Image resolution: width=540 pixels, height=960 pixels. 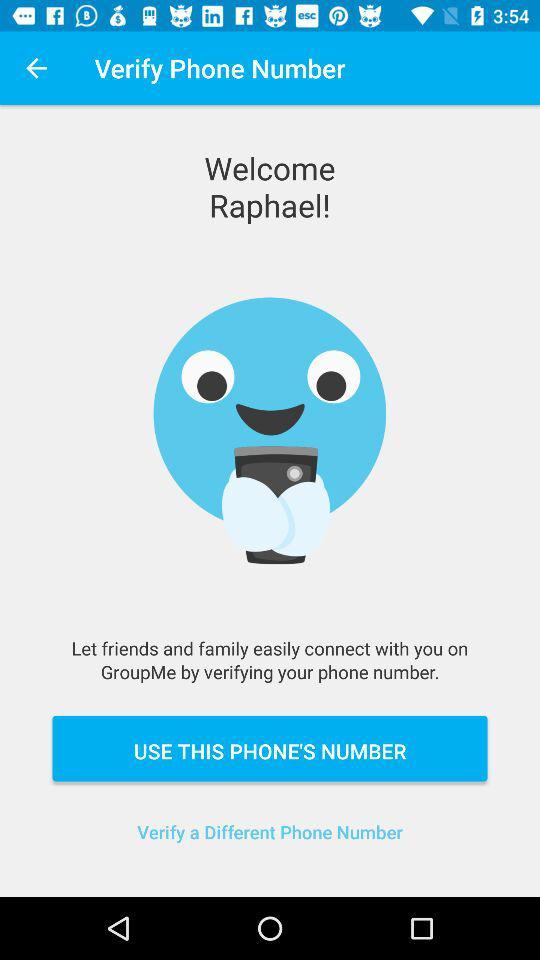 What do you see at coordinates (270, 843) in the screenshot?
I see `verify a different item` at bounding box center [270, 843].